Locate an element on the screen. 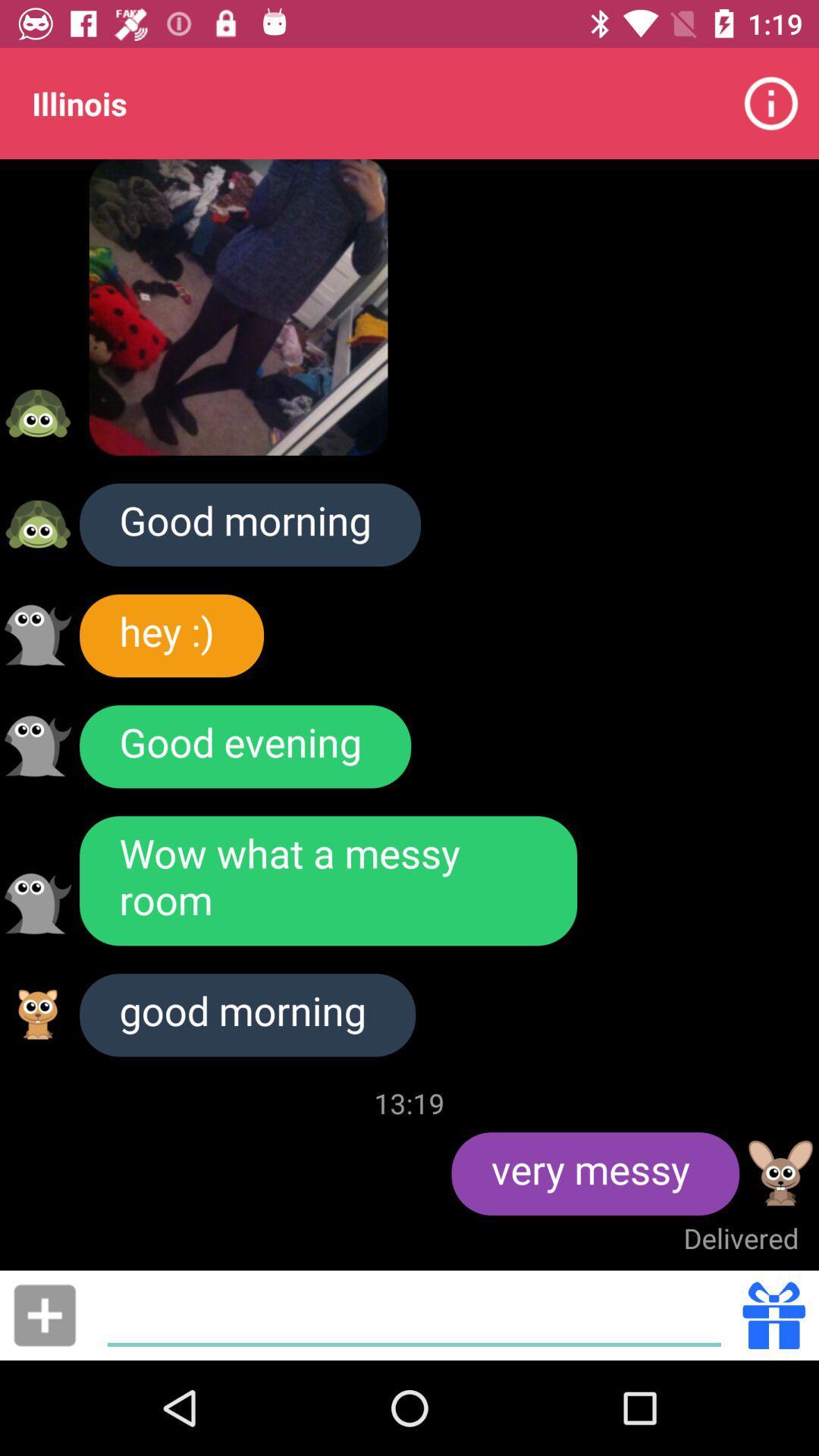  avatar more info is located at coordinates (37, 903).